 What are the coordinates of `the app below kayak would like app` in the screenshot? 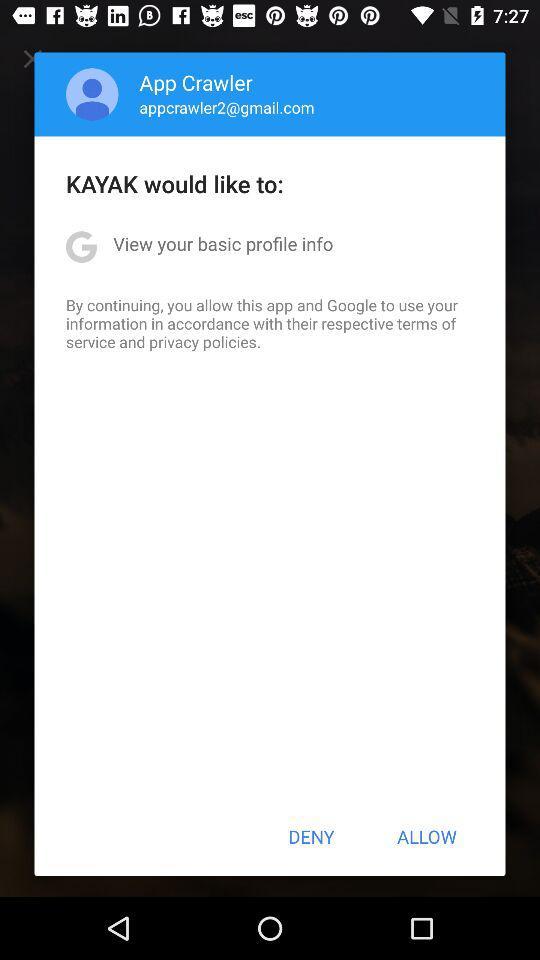 It's located at (222, 242).